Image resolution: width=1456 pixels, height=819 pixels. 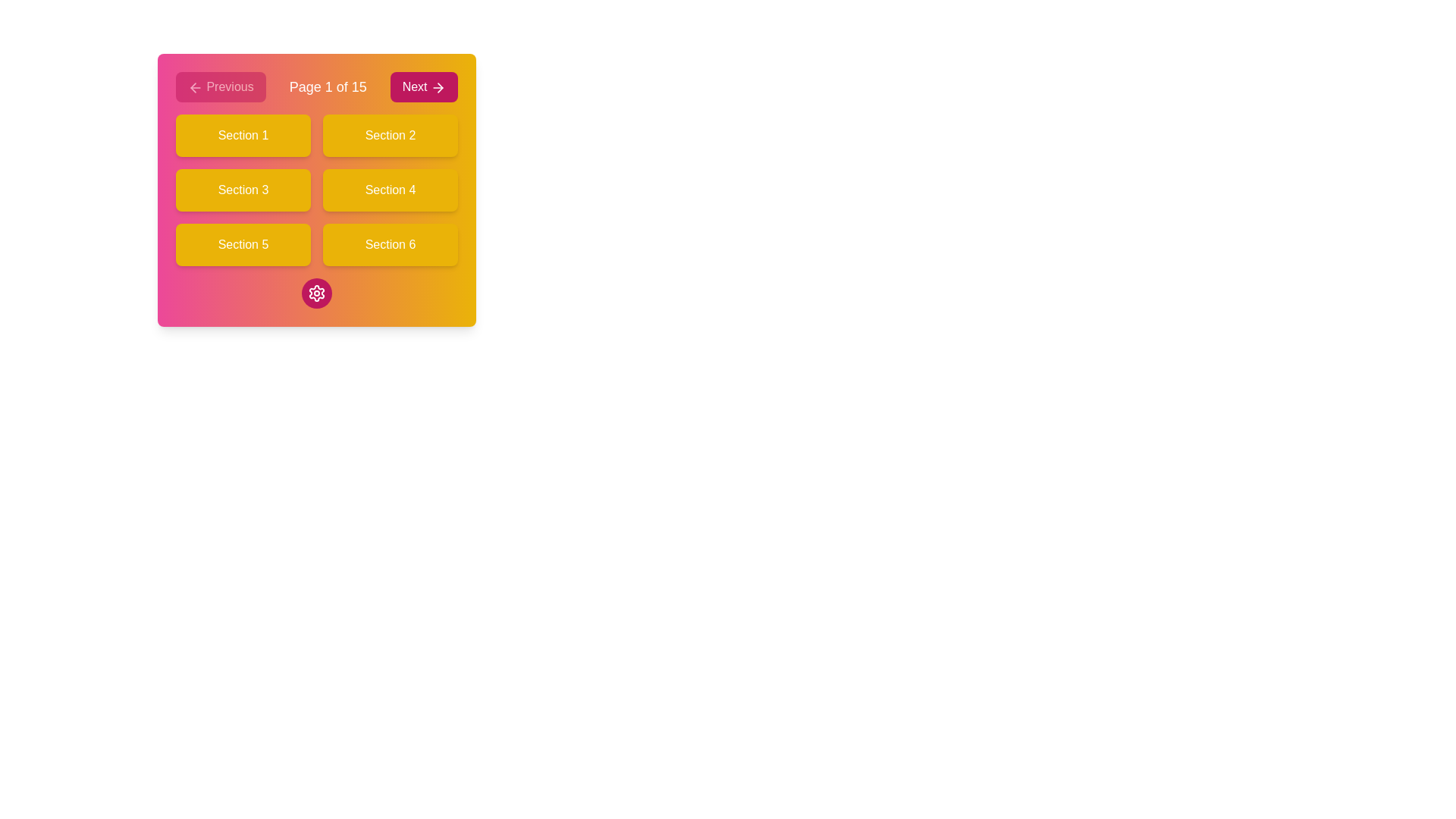 I want to click on the central section of the navigation grid layout, so click(x=315, y=189).